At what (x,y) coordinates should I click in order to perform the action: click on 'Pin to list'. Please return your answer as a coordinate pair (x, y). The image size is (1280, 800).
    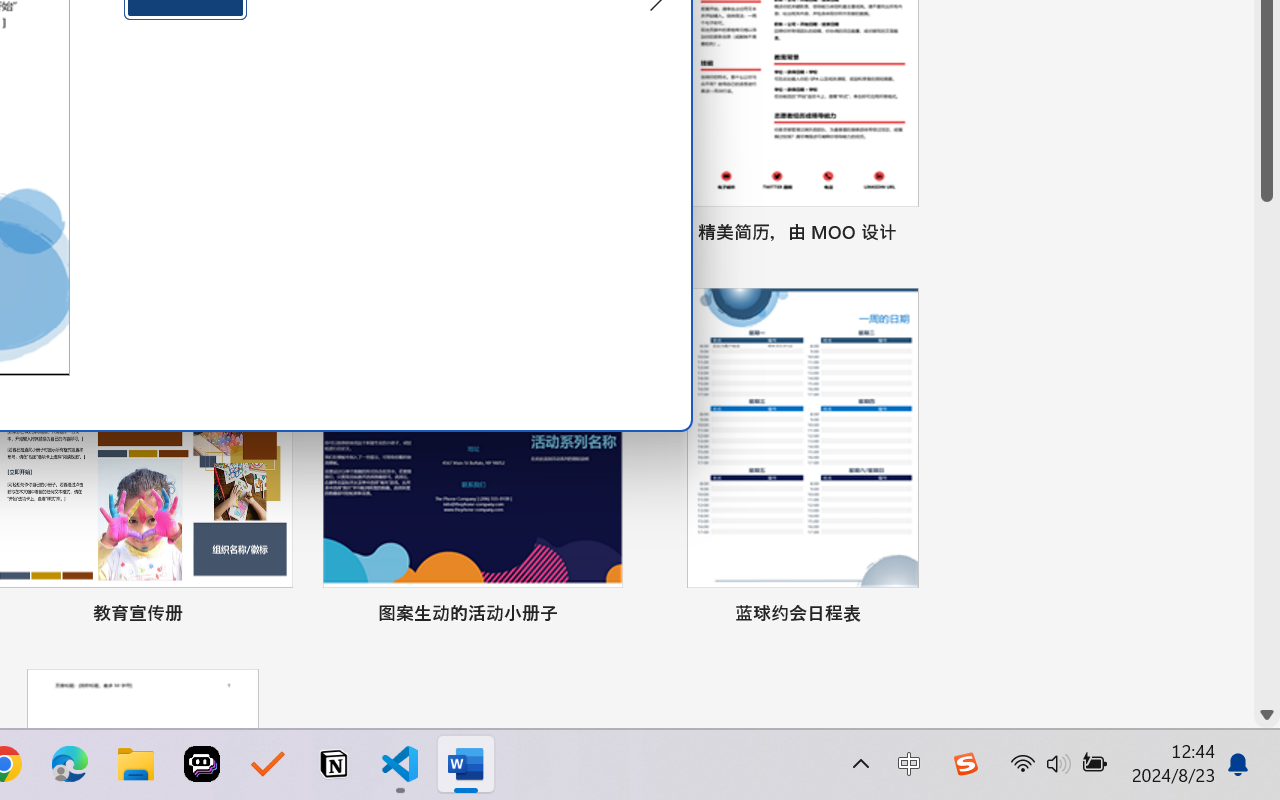
    Looking at the image, I should click on (933, 616).